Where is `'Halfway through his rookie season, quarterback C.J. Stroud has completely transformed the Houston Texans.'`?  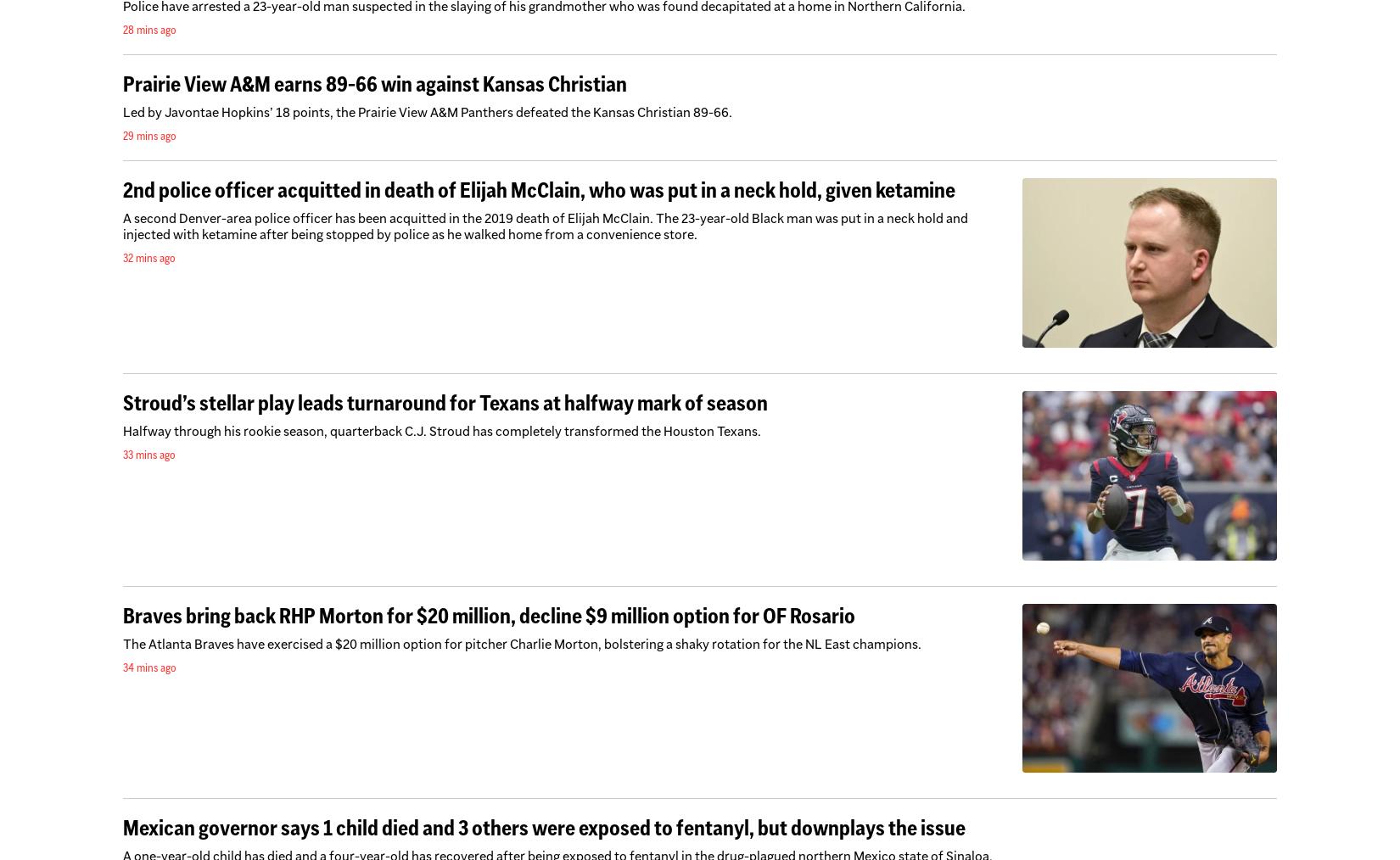 'Halfway through his rookie season, quarterback C.J. Stroud has completely transformed the Houston Texans.' is located at coordinates (441, 430).